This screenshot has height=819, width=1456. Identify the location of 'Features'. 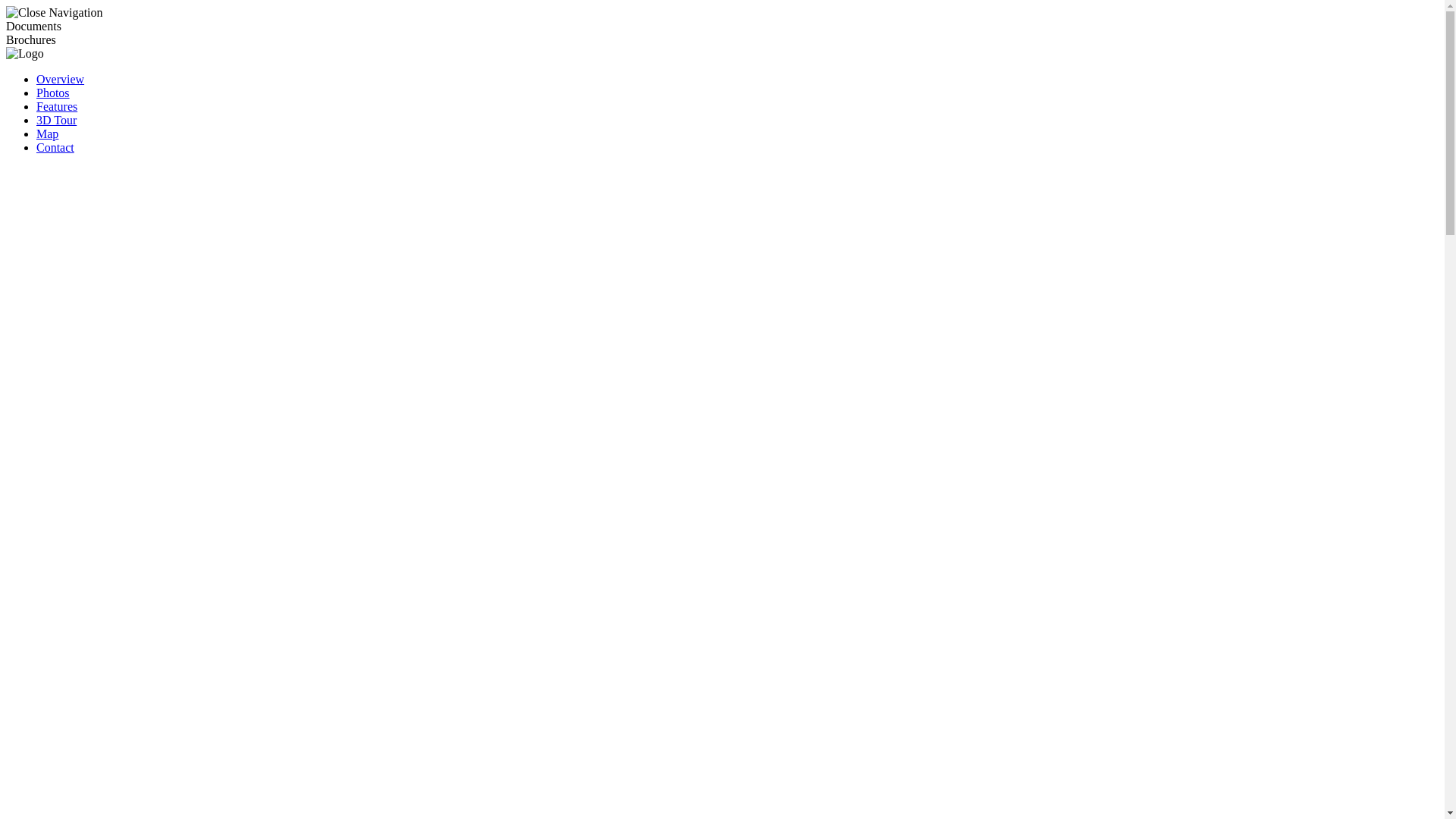
(57, 105).